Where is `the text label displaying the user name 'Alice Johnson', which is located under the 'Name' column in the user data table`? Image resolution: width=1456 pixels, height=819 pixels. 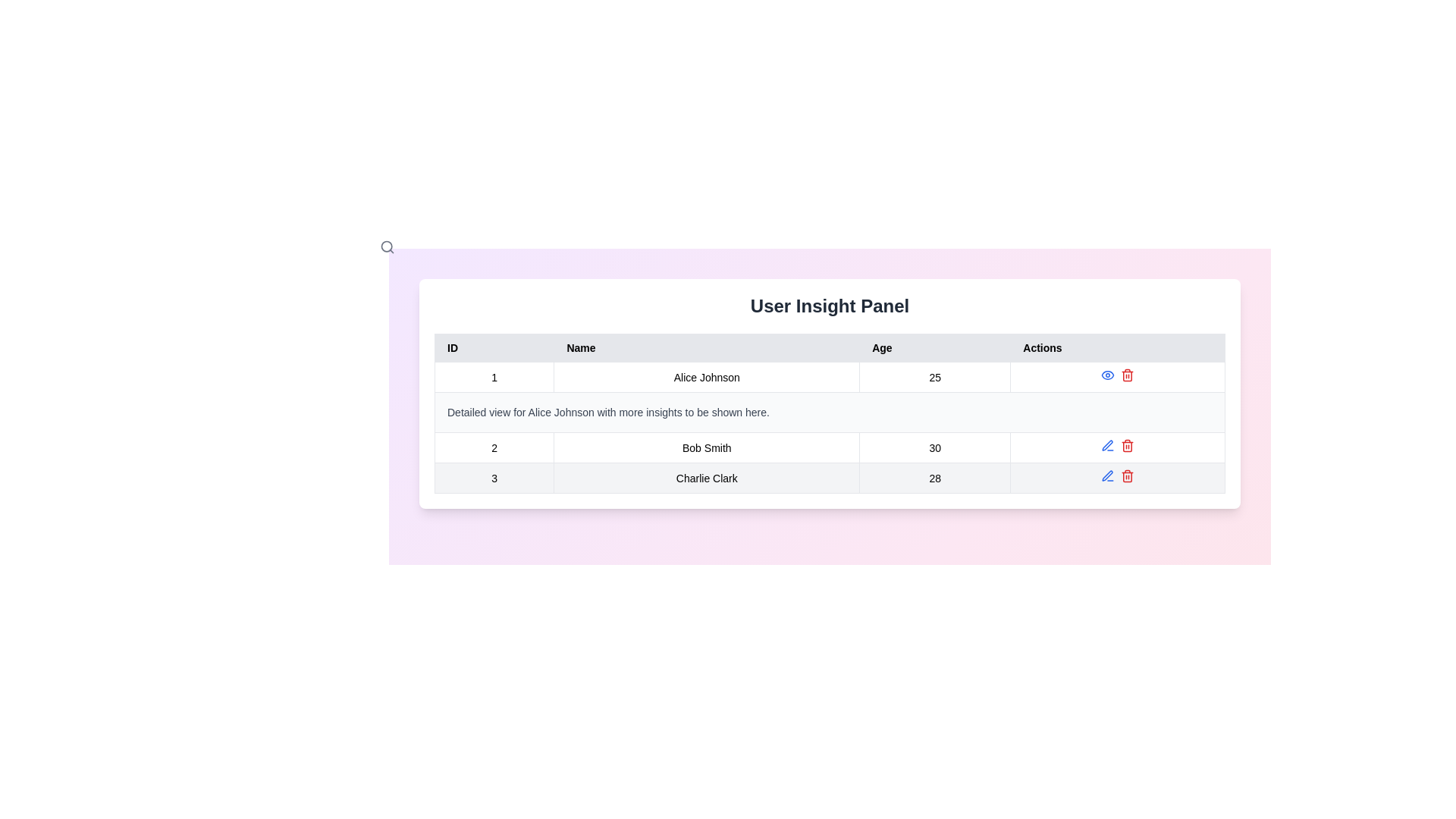 the text label displaying the user name 'Alice Johnson', which is located under the 'Name' column in the user data table is located at coordinates (706, 376).